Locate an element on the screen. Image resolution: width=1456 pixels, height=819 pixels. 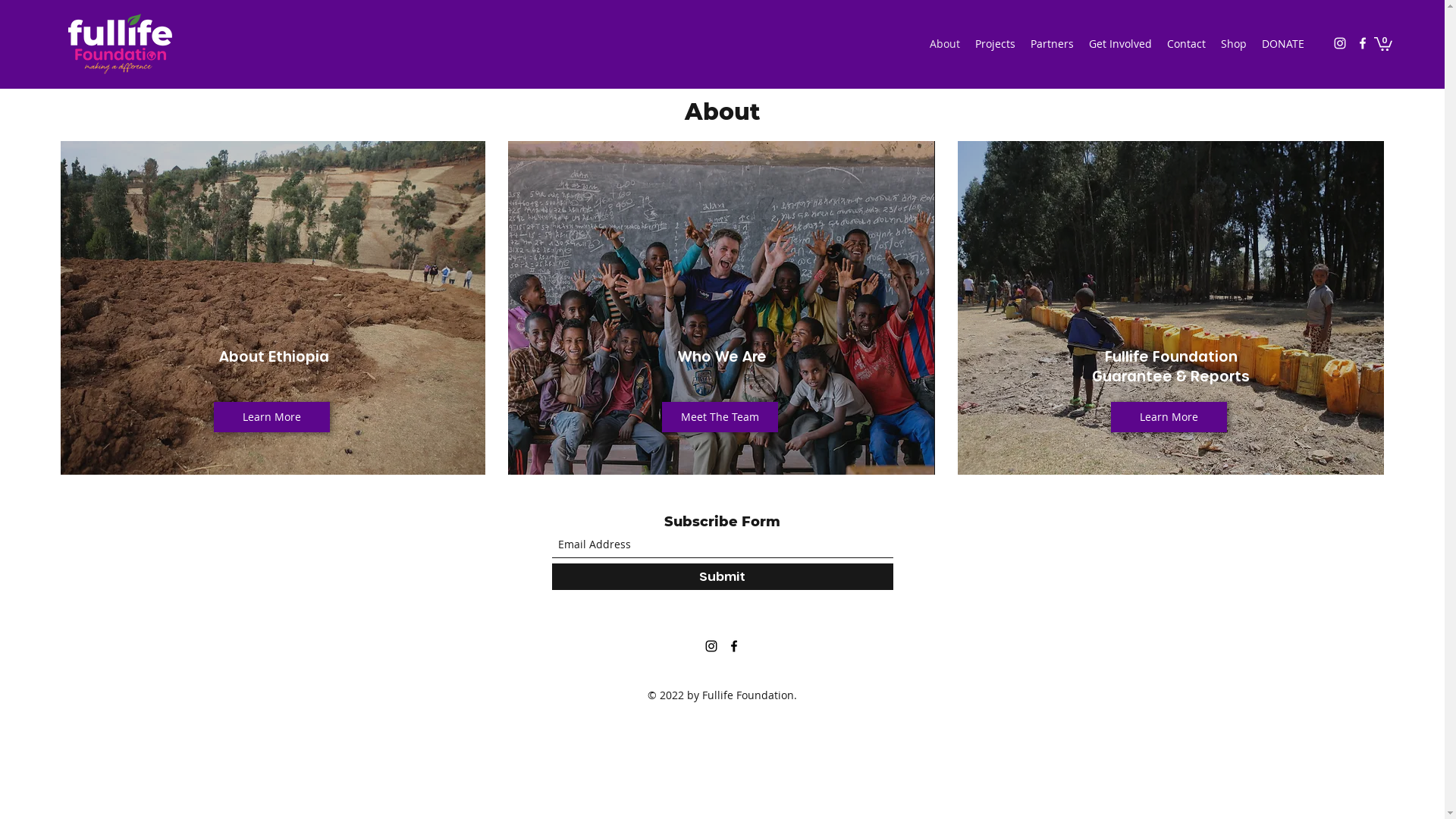
'0' is located at coordinates (1383, 42).